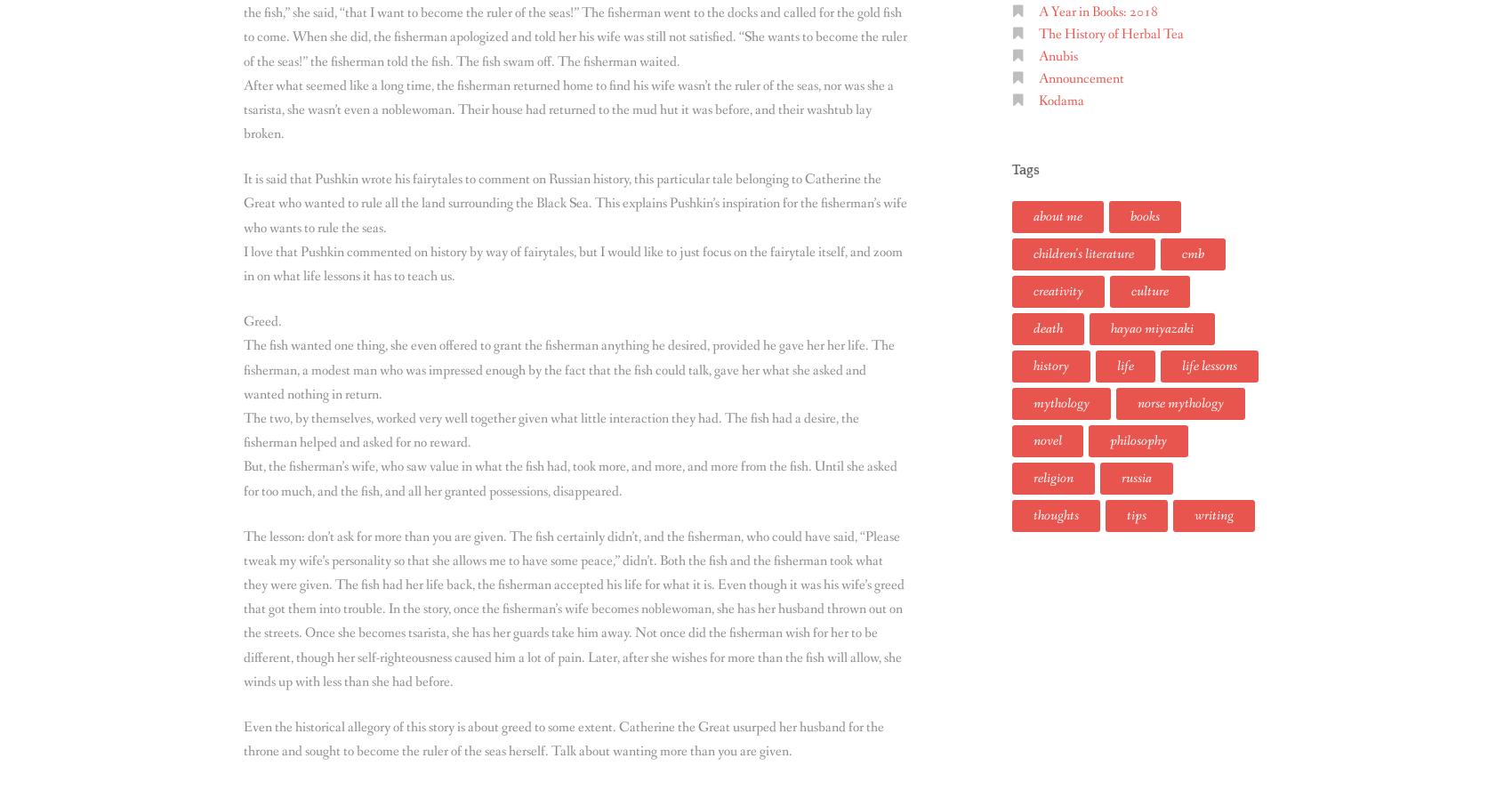  What do you see at coordinates (569, 368) in the screenshot?
I see `'The fish wanted one thing, she even offered to grant the fisherman anything he desired, provided he gave her her life. The fisherman, a modest man who was impressed enough by the fact that the fish could talk, gave her what she asked and wanted nothing in return.'` at bounding box center [569, 368].